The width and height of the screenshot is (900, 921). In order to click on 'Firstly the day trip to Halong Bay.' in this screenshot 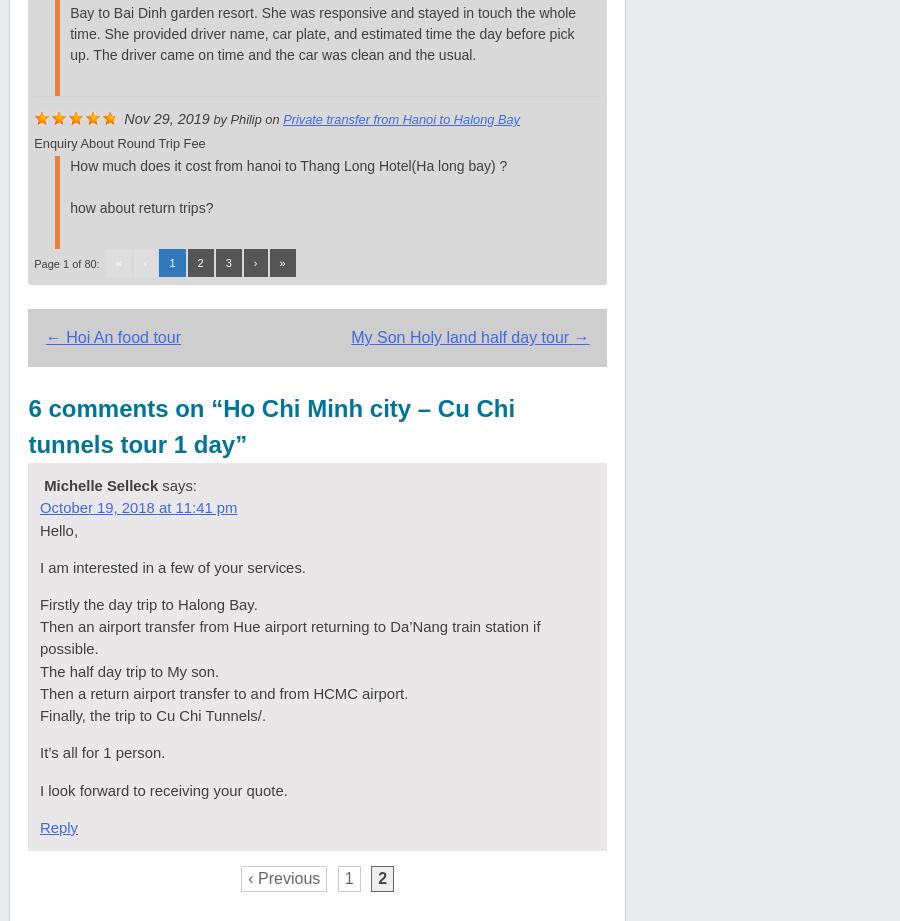, I will do `click(148, 602)`.